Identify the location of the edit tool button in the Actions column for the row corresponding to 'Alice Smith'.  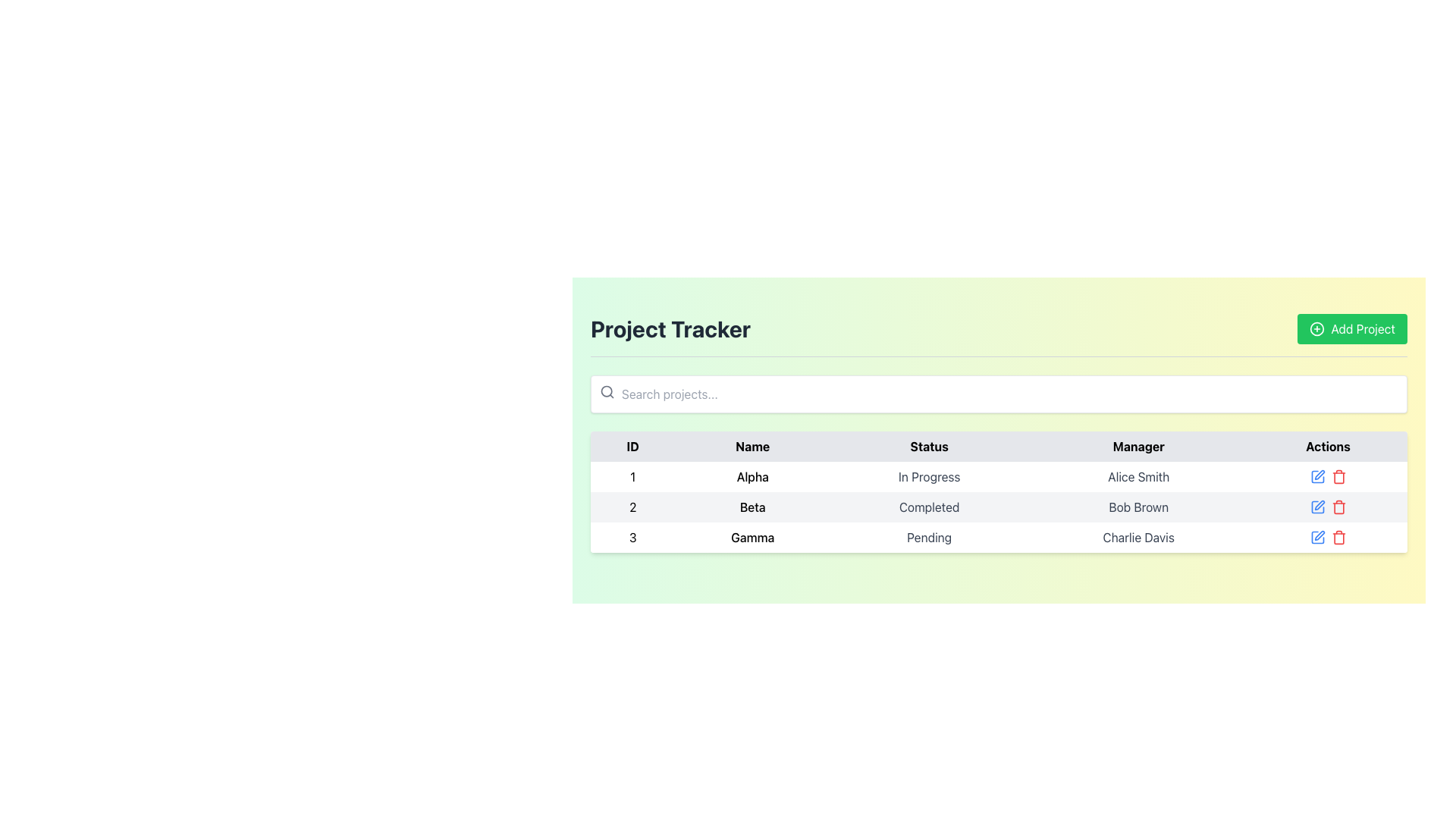
(1316, 475).